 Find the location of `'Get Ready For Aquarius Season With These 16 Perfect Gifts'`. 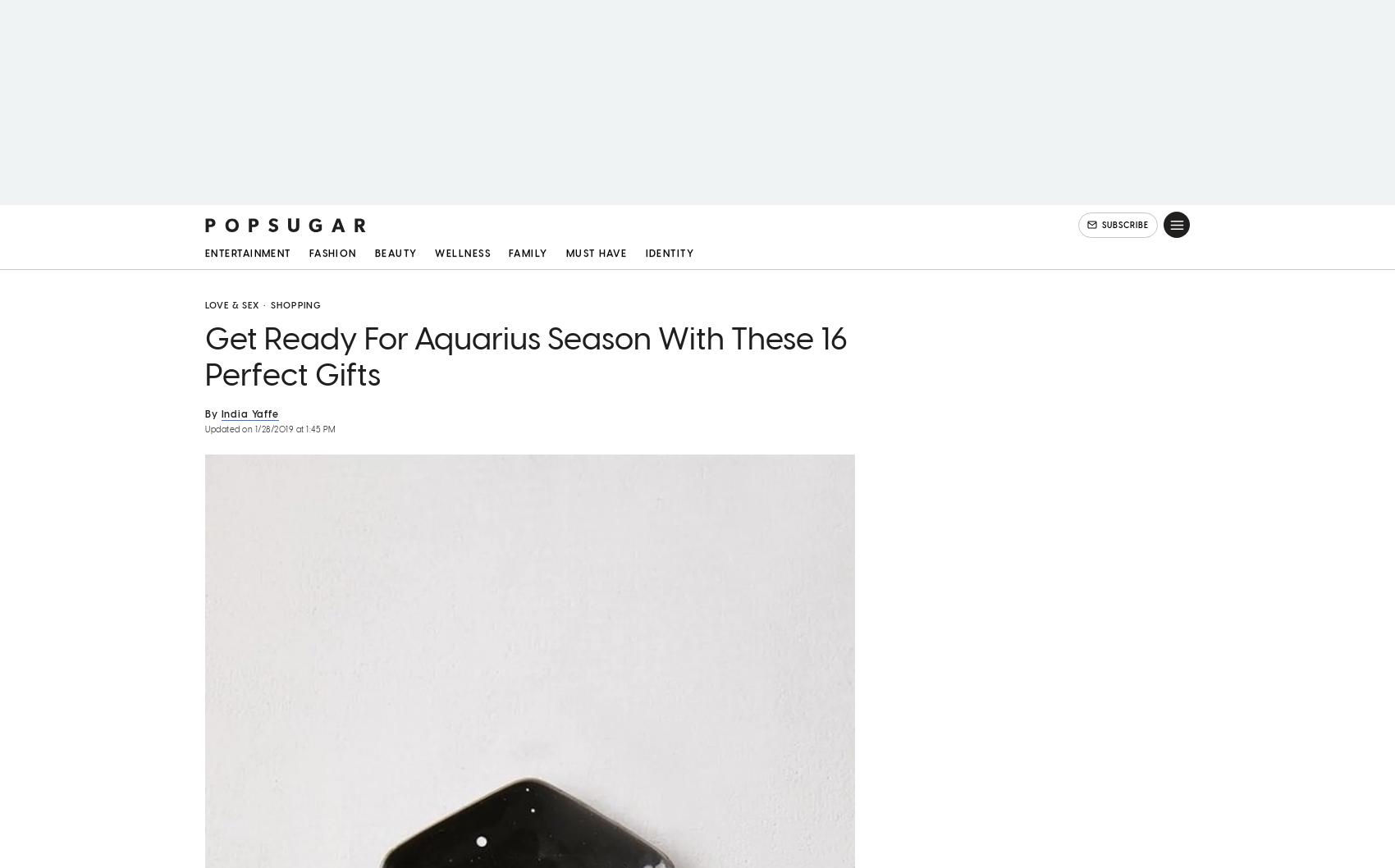

'Get Ready For Aquarius Season With These 16 Perfect Gifts' is located at coordinates (526, 361).